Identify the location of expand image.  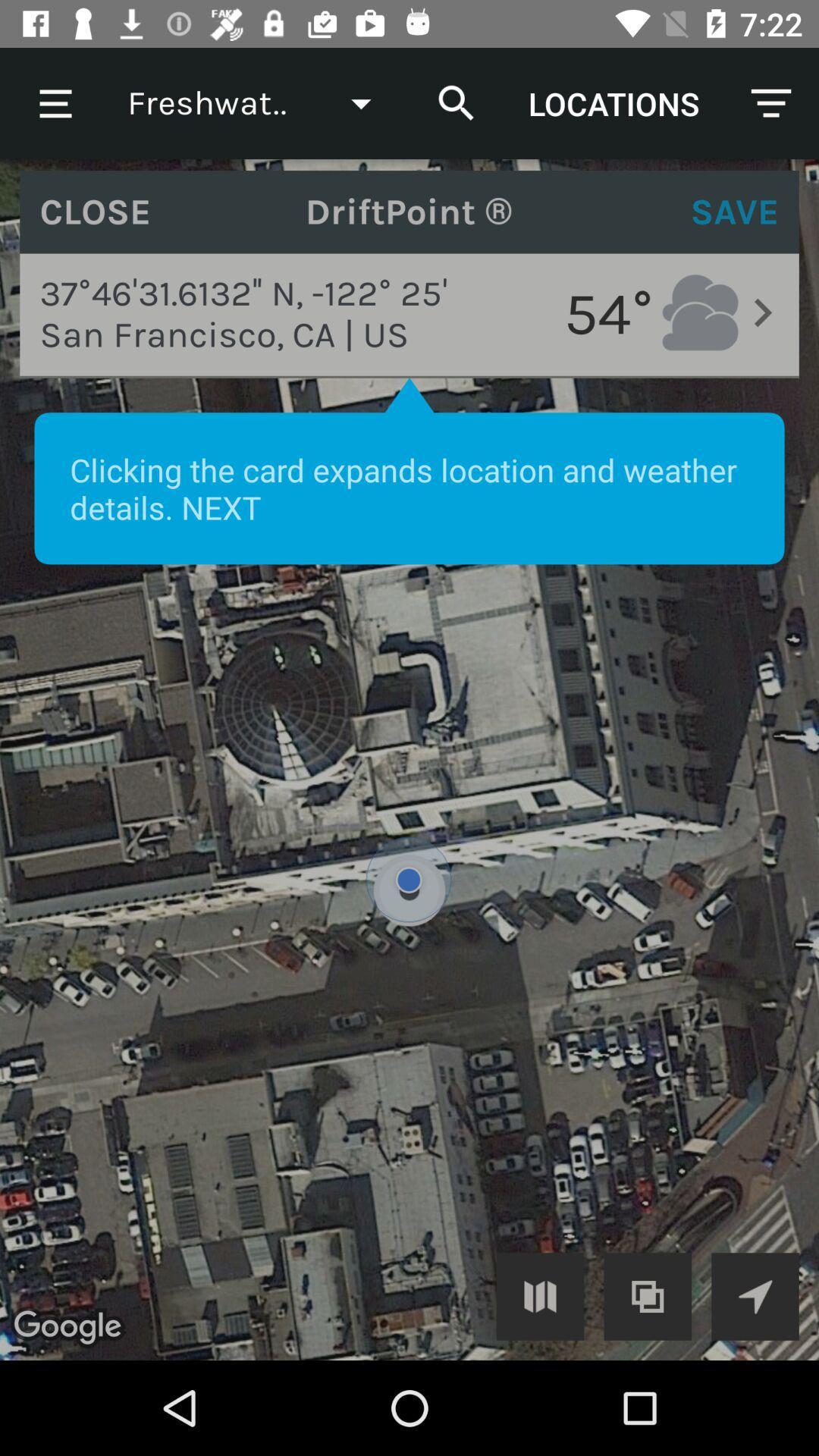
(409, 760).